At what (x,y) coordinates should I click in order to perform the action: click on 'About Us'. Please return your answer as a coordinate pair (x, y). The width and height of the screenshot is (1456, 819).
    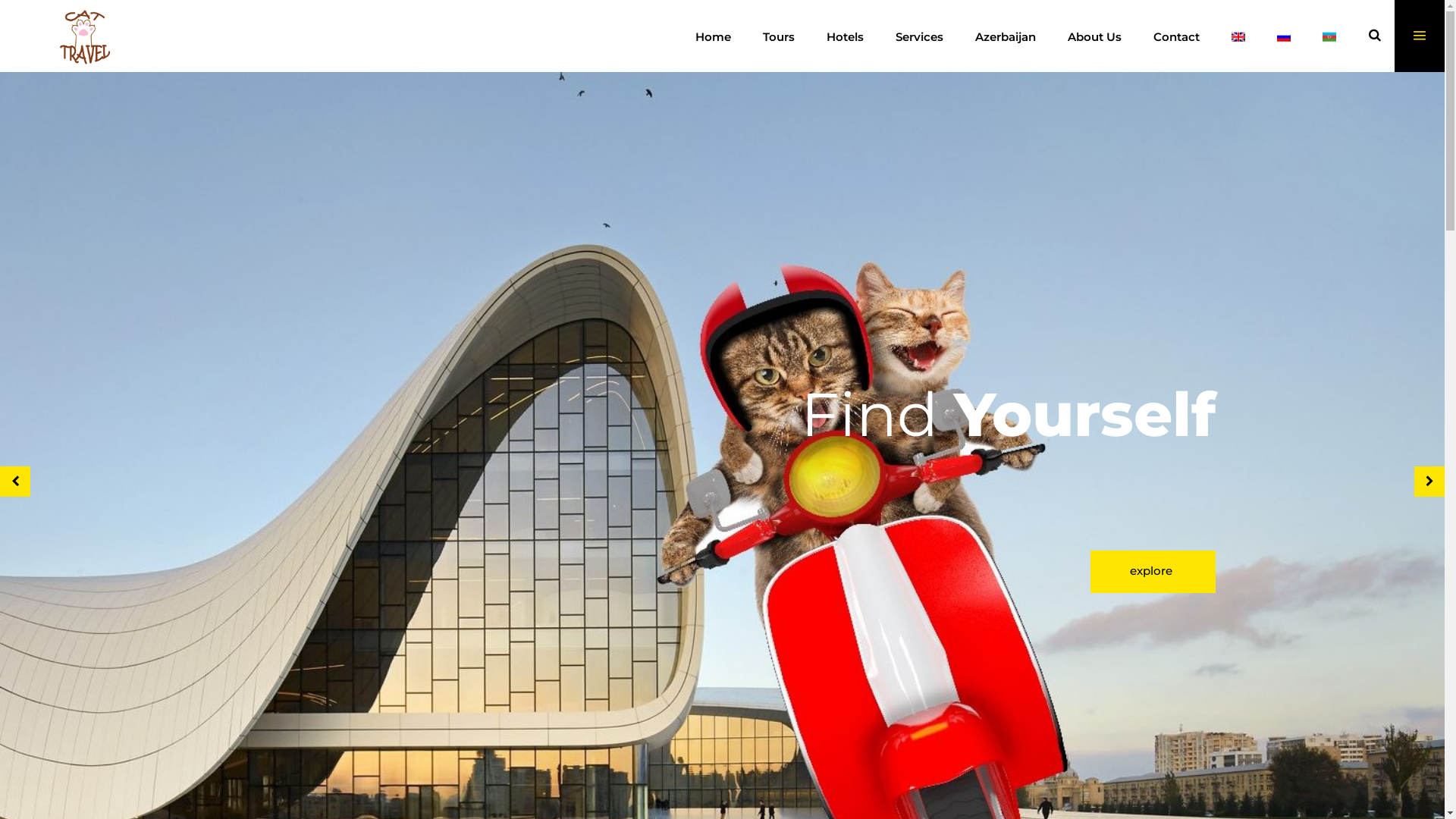
    Looking at the image, I should click on (1094, 35).